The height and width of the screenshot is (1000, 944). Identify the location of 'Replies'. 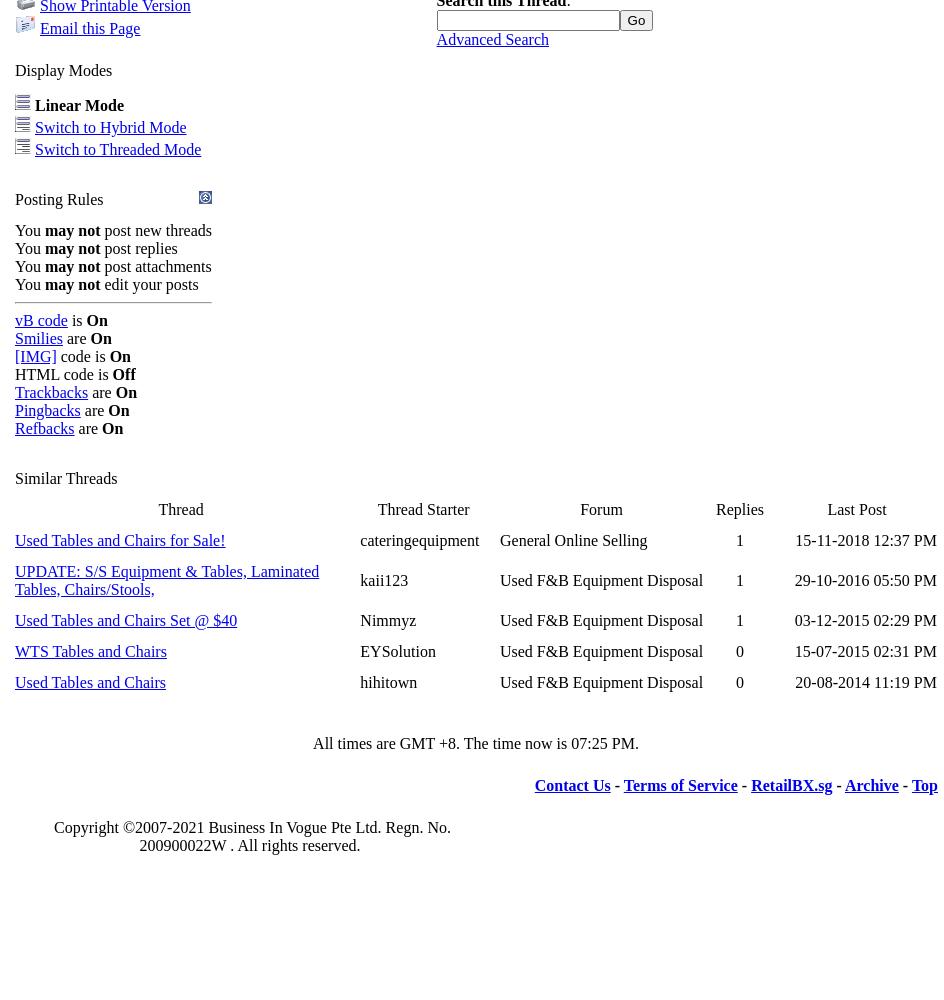
(740, 508).